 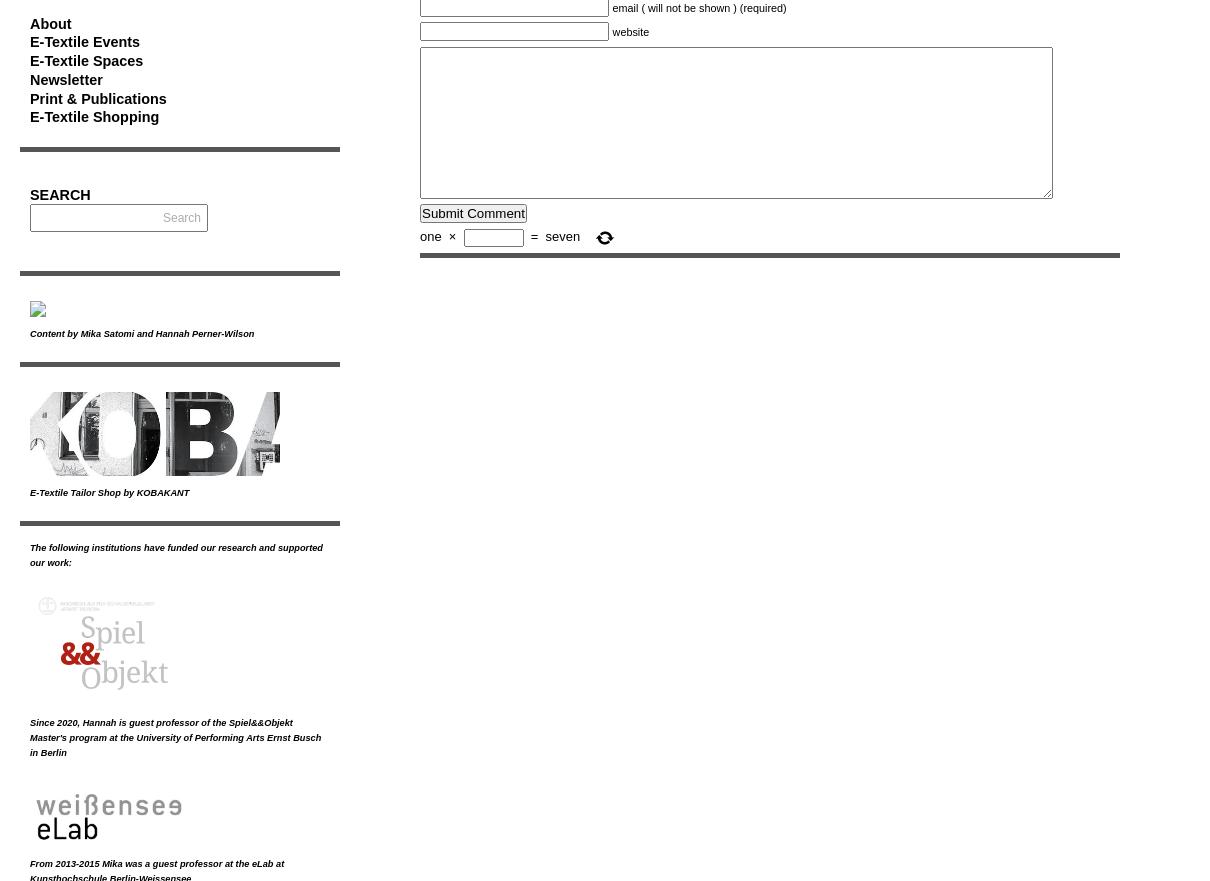 I want to click on 'The following institutions have funded our research and supported our work:', so click(x=176, y=554).